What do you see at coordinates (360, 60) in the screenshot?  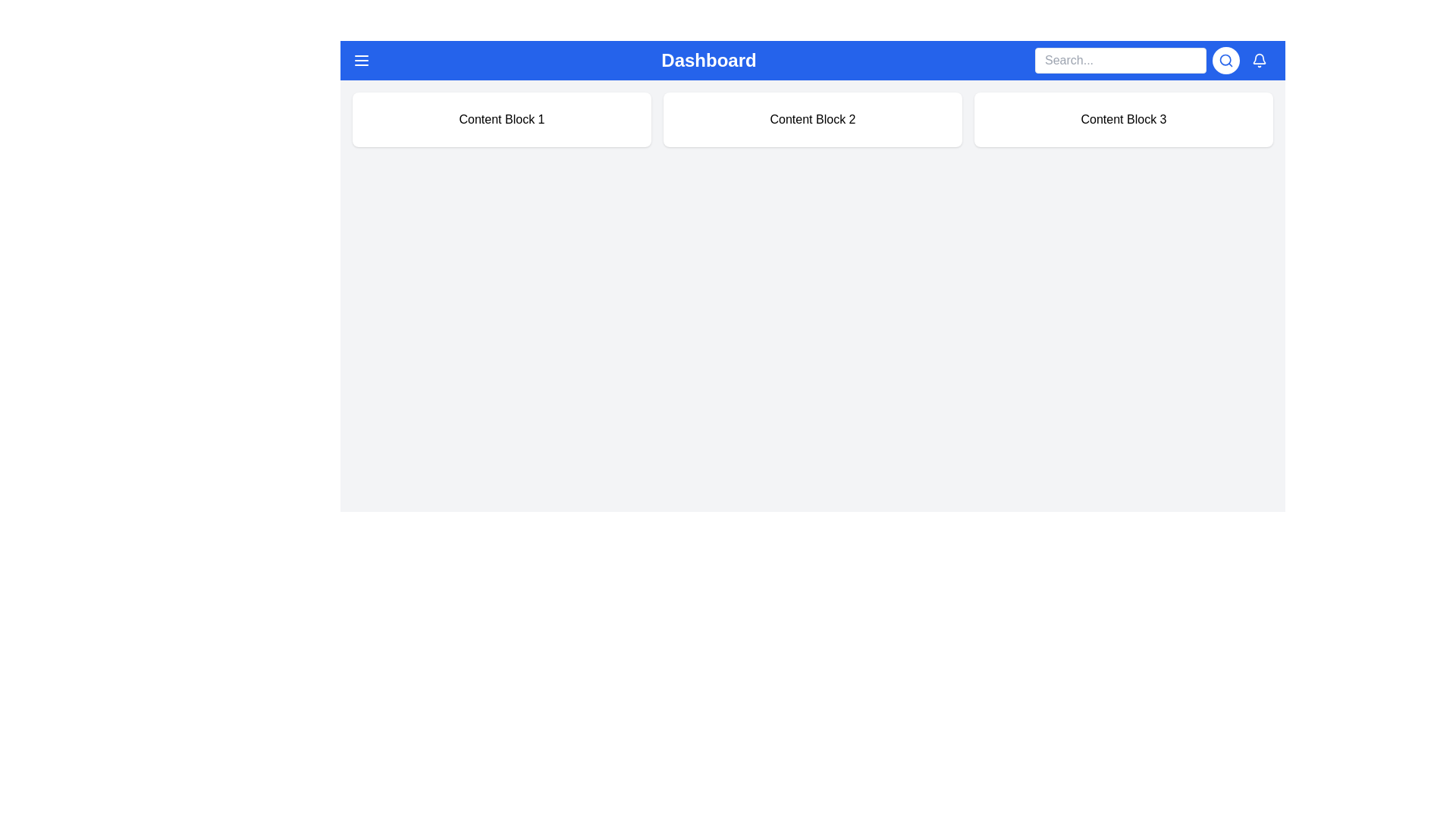 I see `the menu icon, represented by three horizontal lines, located in the blue navigation bar at the top of the interface` at bounding box center [360, 60].